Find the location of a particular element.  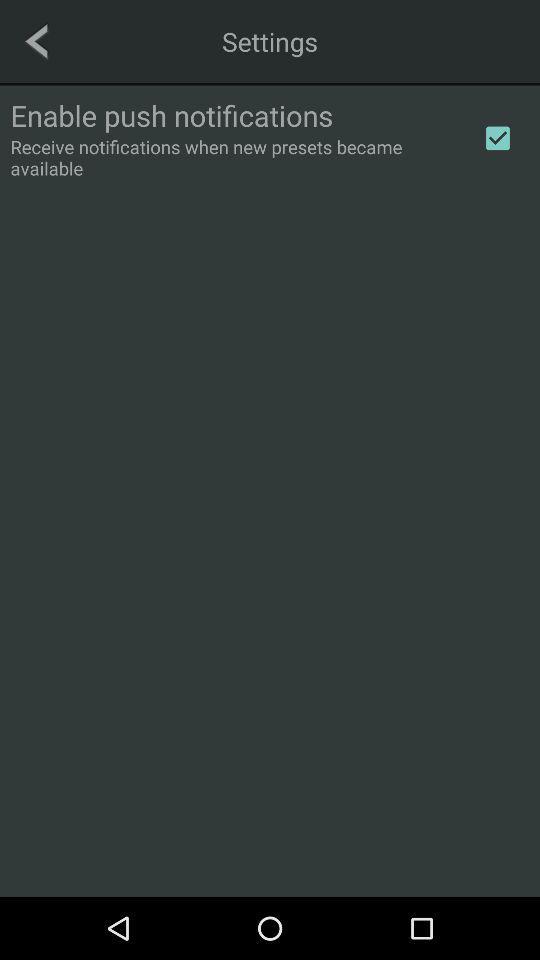

the item to the left of settings item is located at coordinates (36, 40).